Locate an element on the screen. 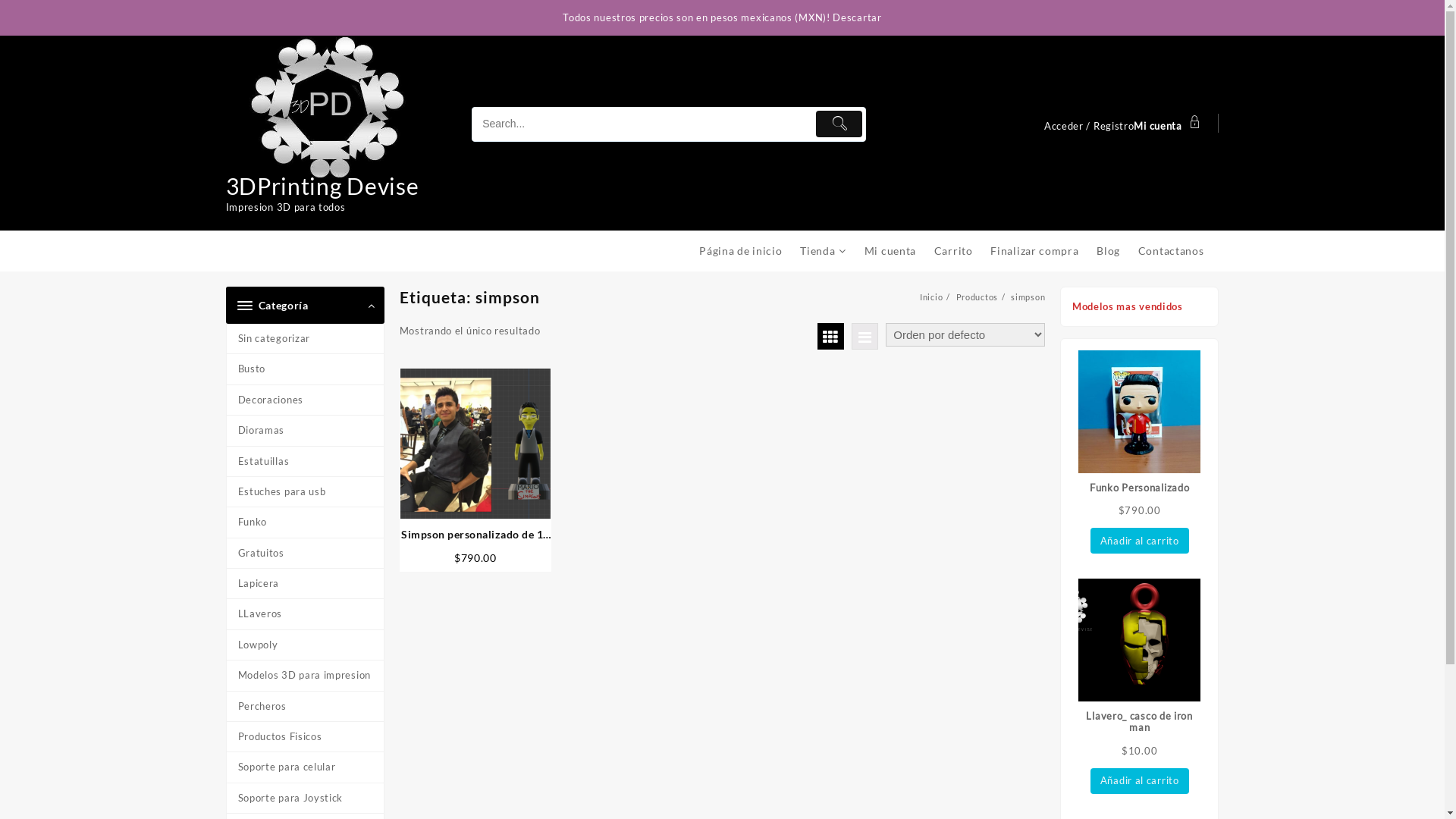  'Lapicera' is located at coordinates (304, 583).